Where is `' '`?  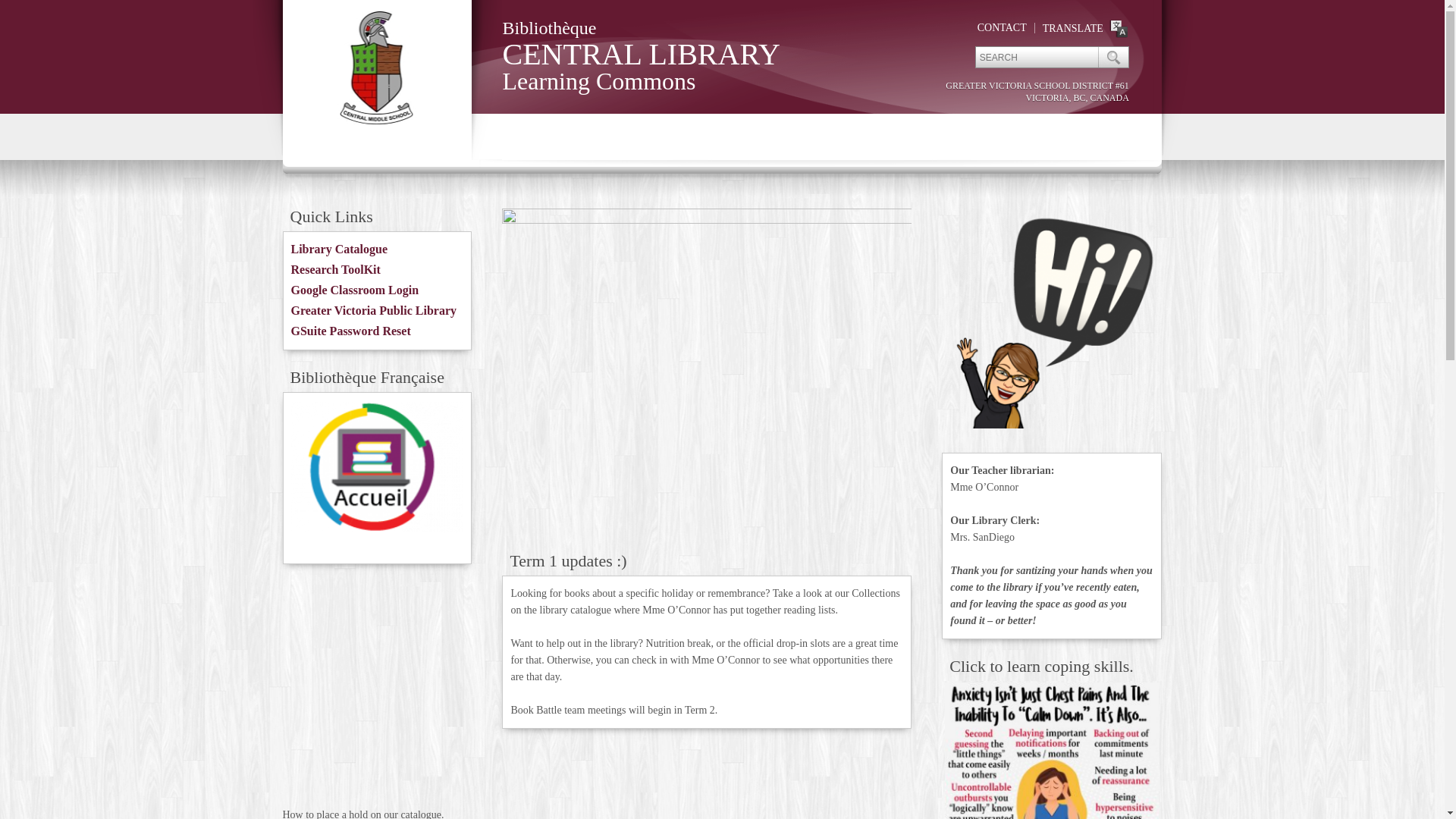
' ' is located at coordinates (1112, 56).